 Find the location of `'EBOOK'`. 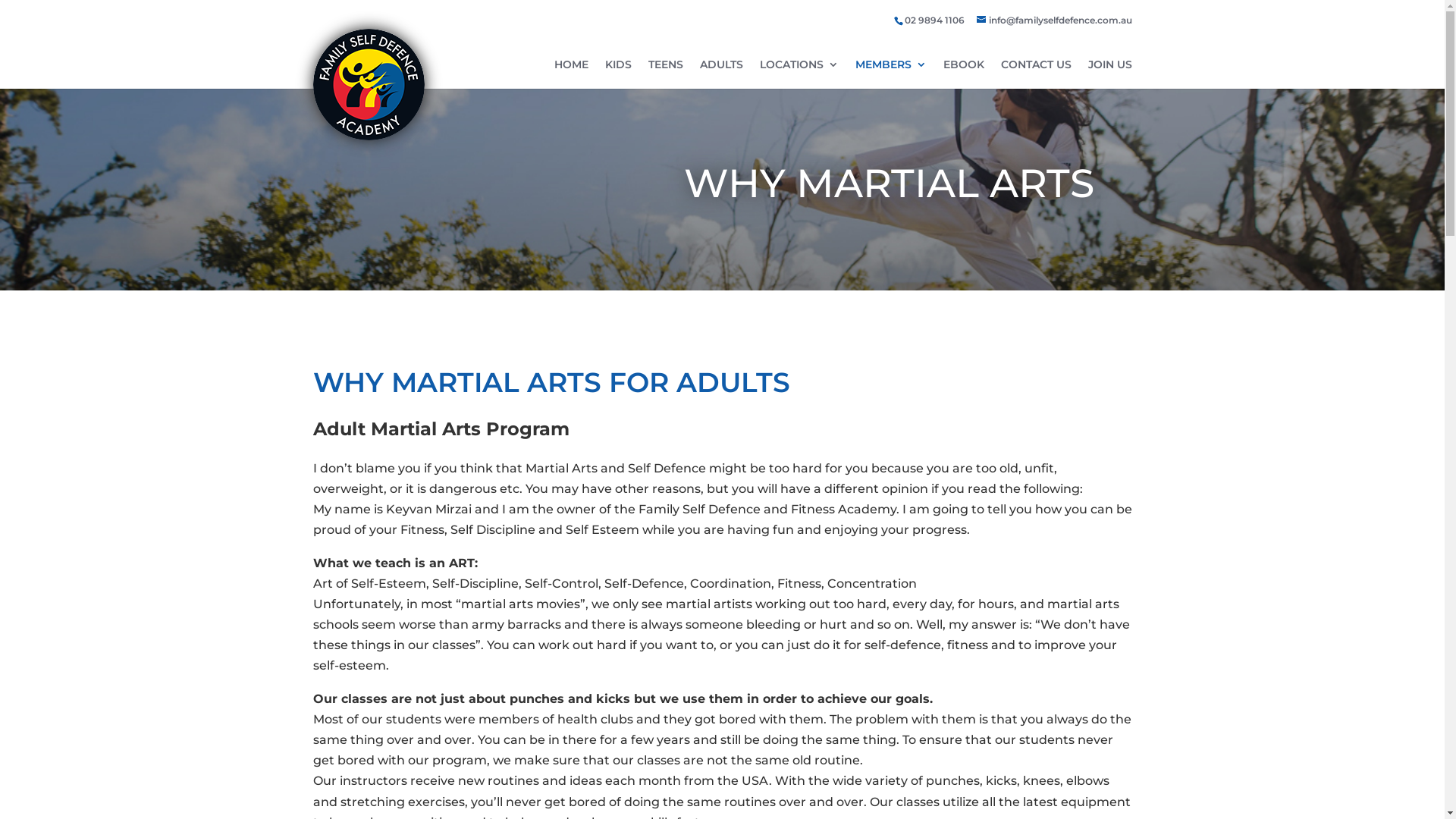

'EBOOK' is located at coordinates (963, 74).